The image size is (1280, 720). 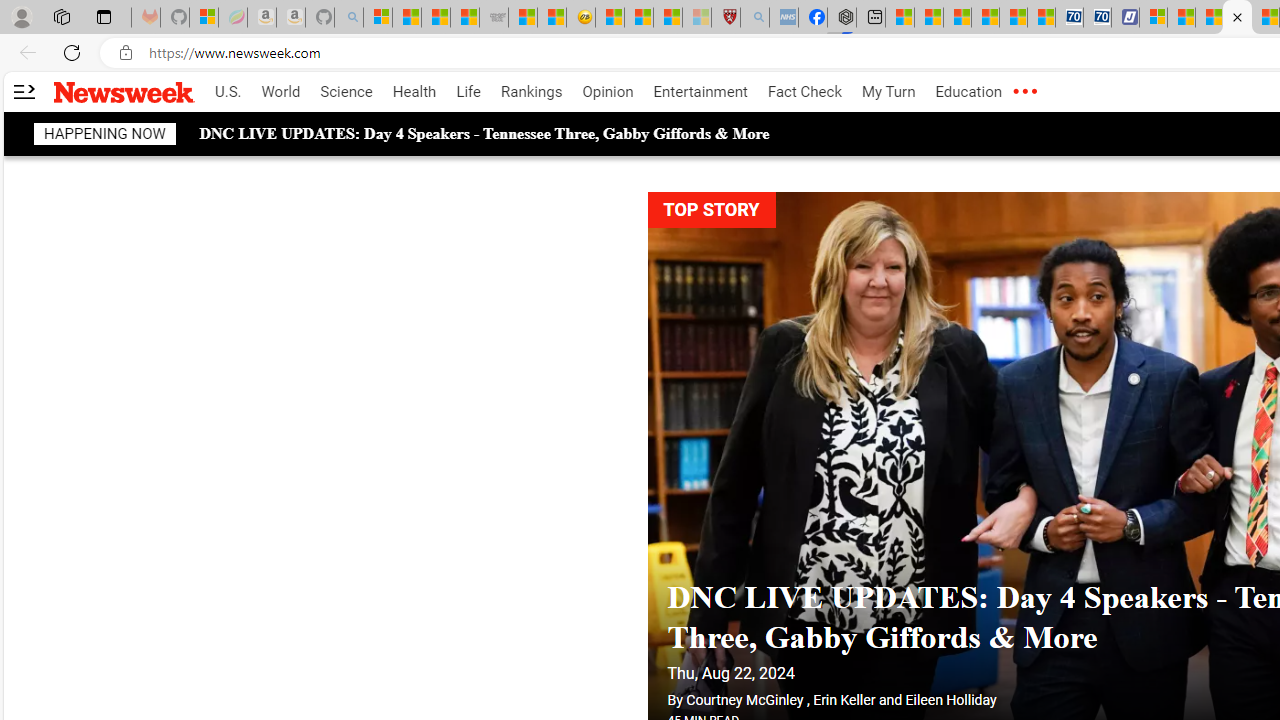 What do you see at coordinates (23, 92) in the screenshot?
I see `'AutomationID: side-arrow'` at bounding box center [23, 92].